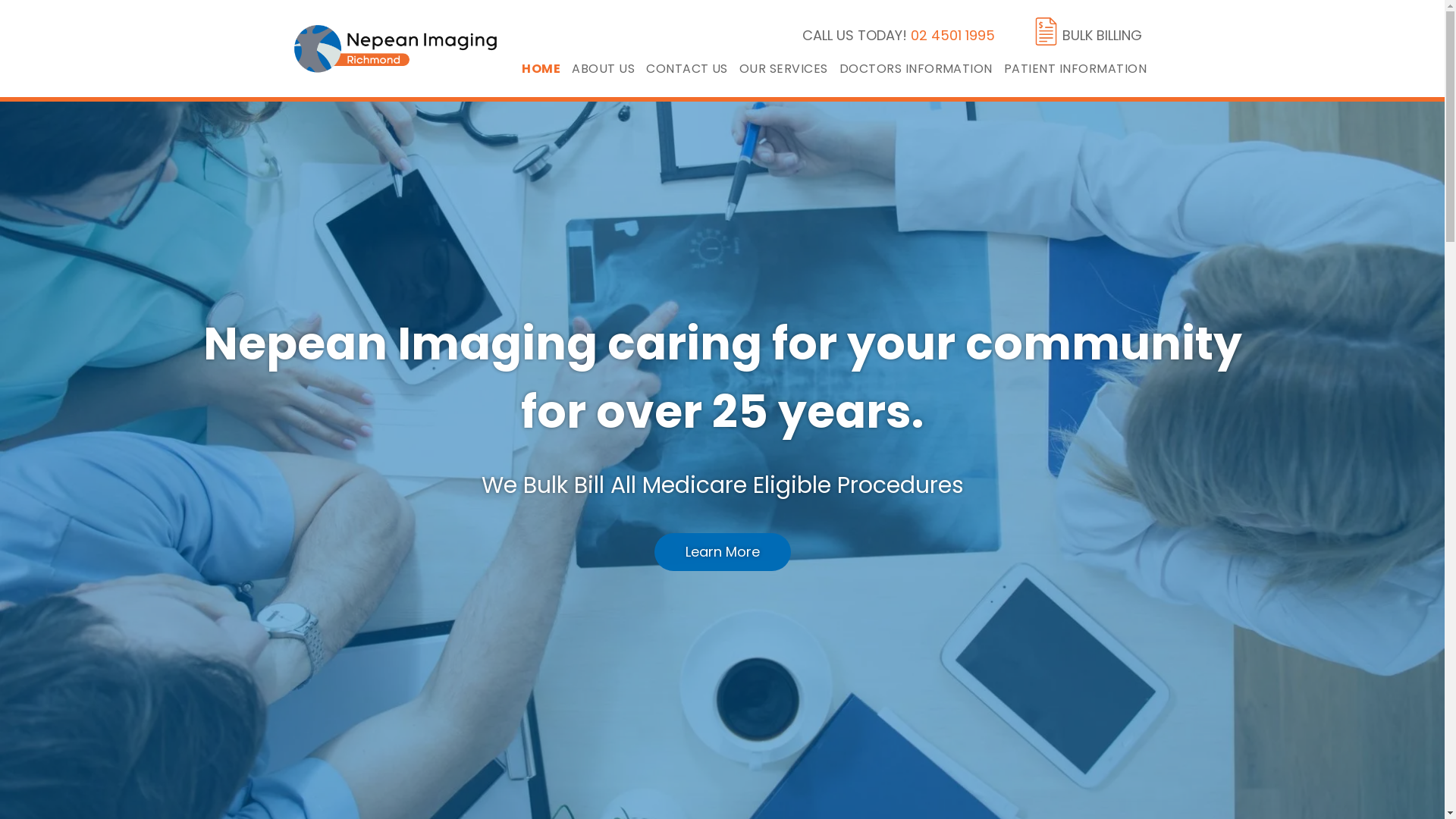 Image resolution: width=1456 pixels, height=819 pixels. What do you see at coordinates (546, 68) in the screenshot?
I see `'HOME'` at bounding box center [546, 68].